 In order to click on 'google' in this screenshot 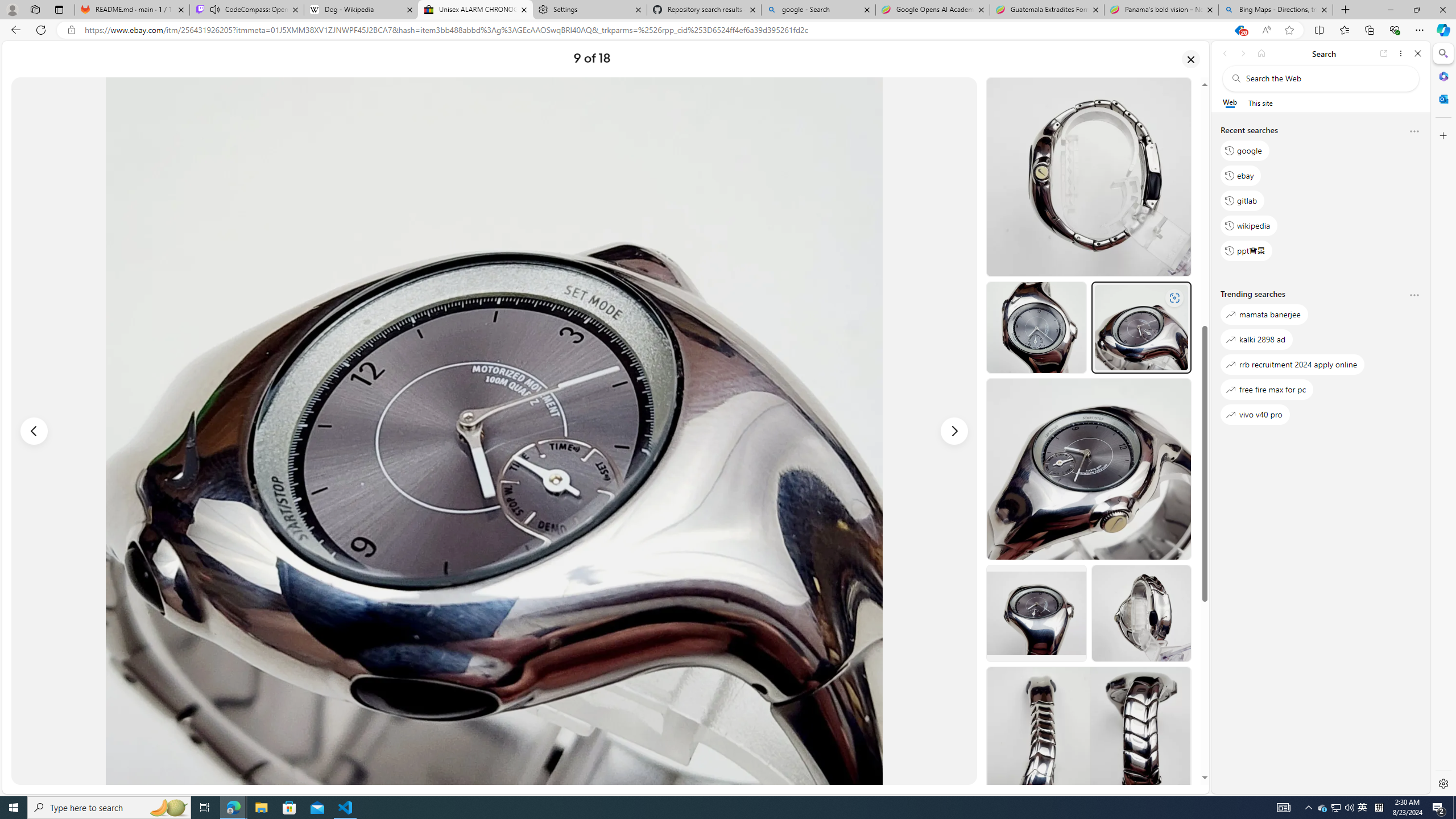, I will do `click(1244, 150)`.